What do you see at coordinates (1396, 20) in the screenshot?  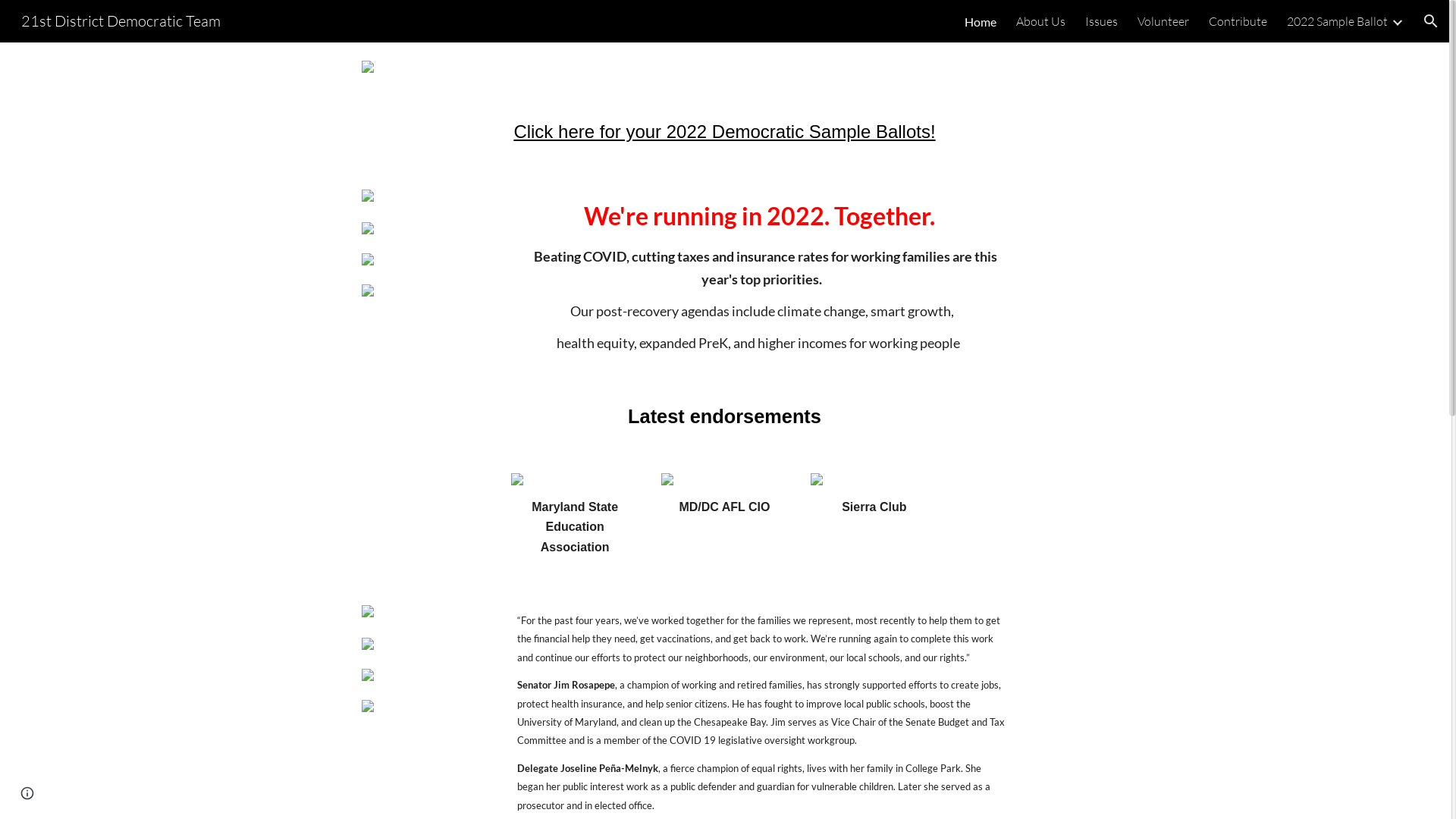 I see `'Expand/Collapse'` at bounding box center [1396, 20].